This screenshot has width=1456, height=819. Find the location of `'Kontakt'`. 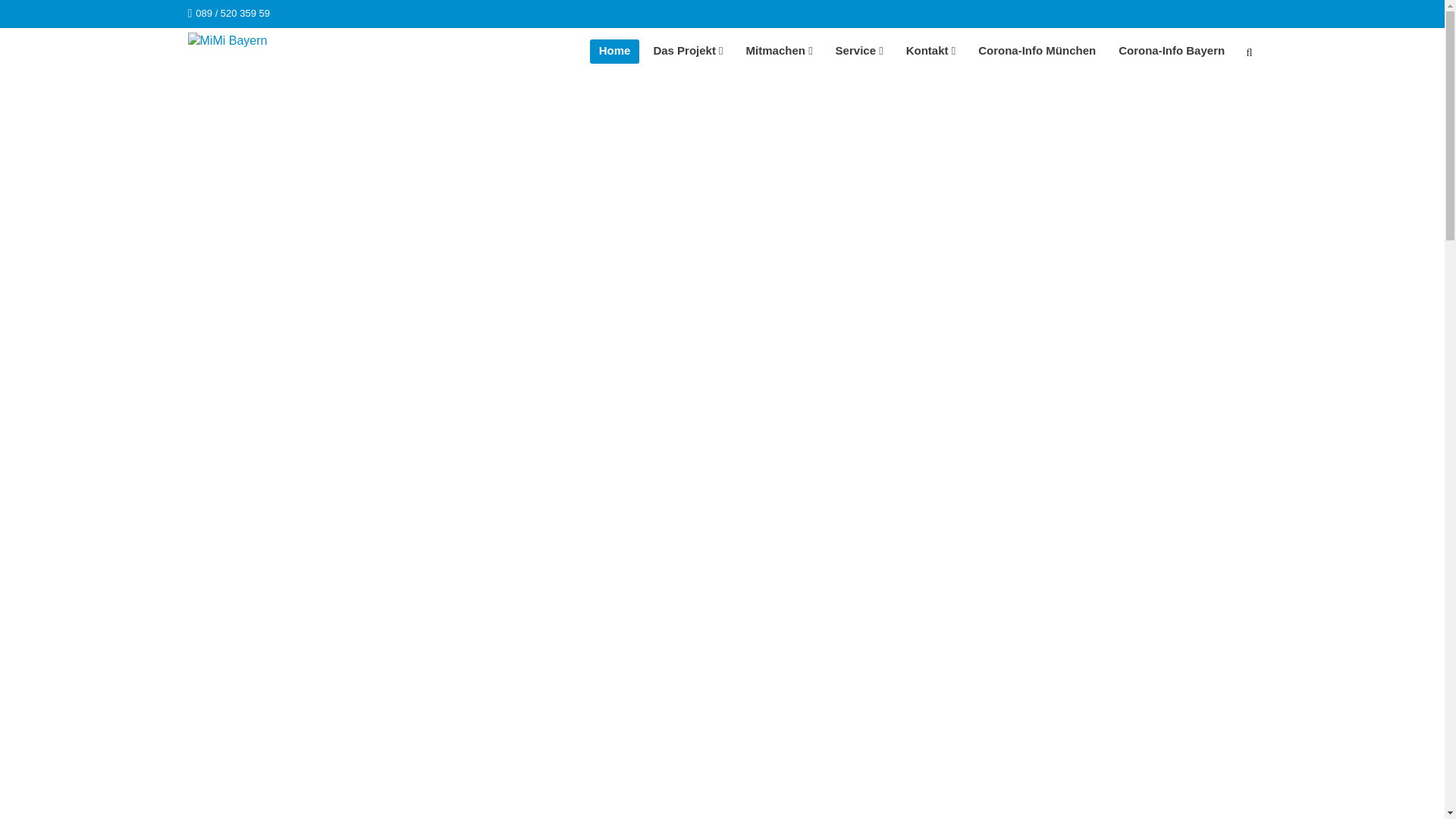

'Kontakt' is located at coordinates (896, 51).